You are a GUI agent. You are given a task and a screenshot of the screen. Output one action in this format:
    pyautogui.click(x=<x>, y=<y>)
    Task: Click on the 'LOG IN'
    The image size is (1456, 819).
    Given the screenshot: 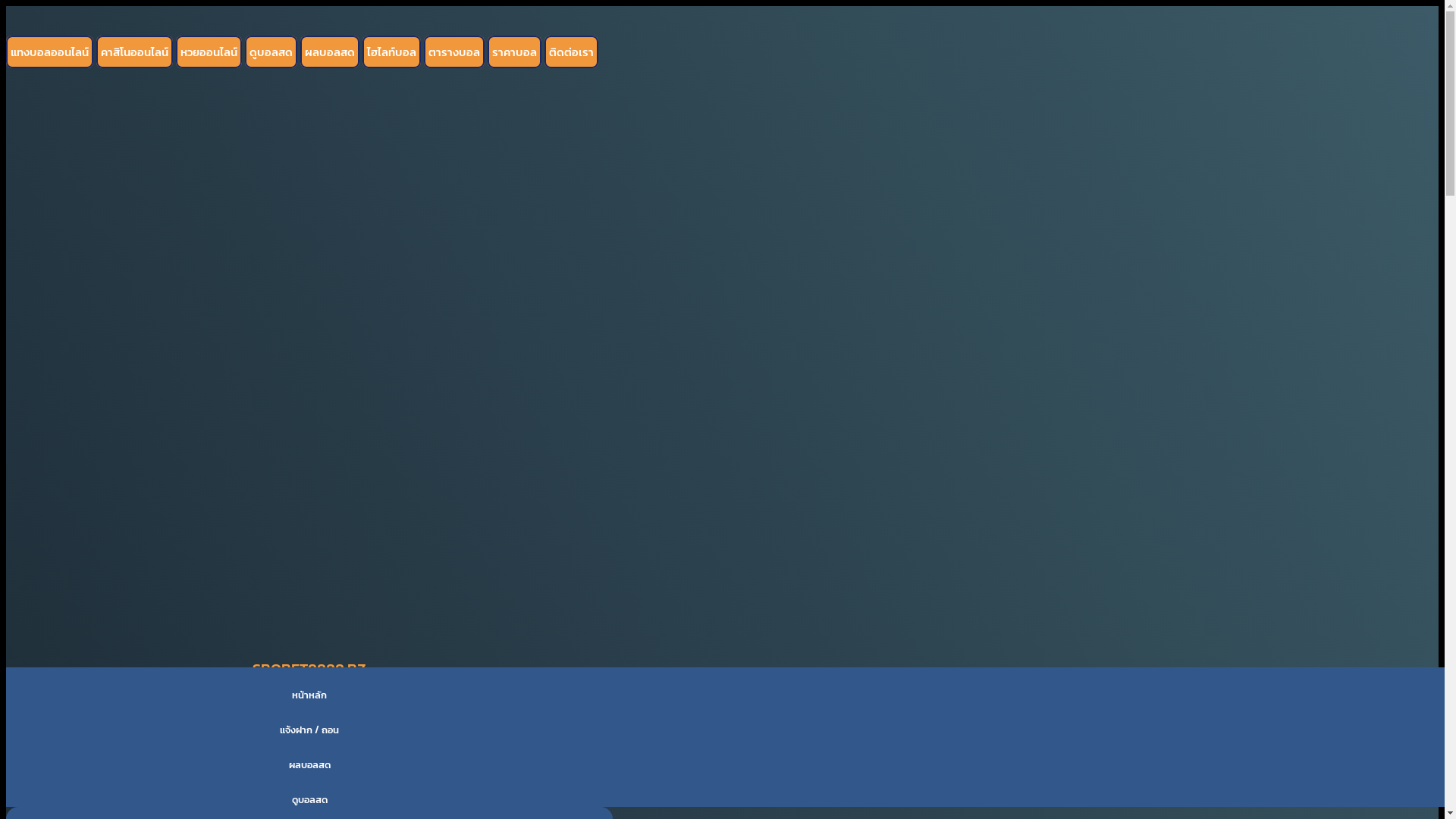 What is the action you would take?
    pyautogui.click(x=309, y=755)
    